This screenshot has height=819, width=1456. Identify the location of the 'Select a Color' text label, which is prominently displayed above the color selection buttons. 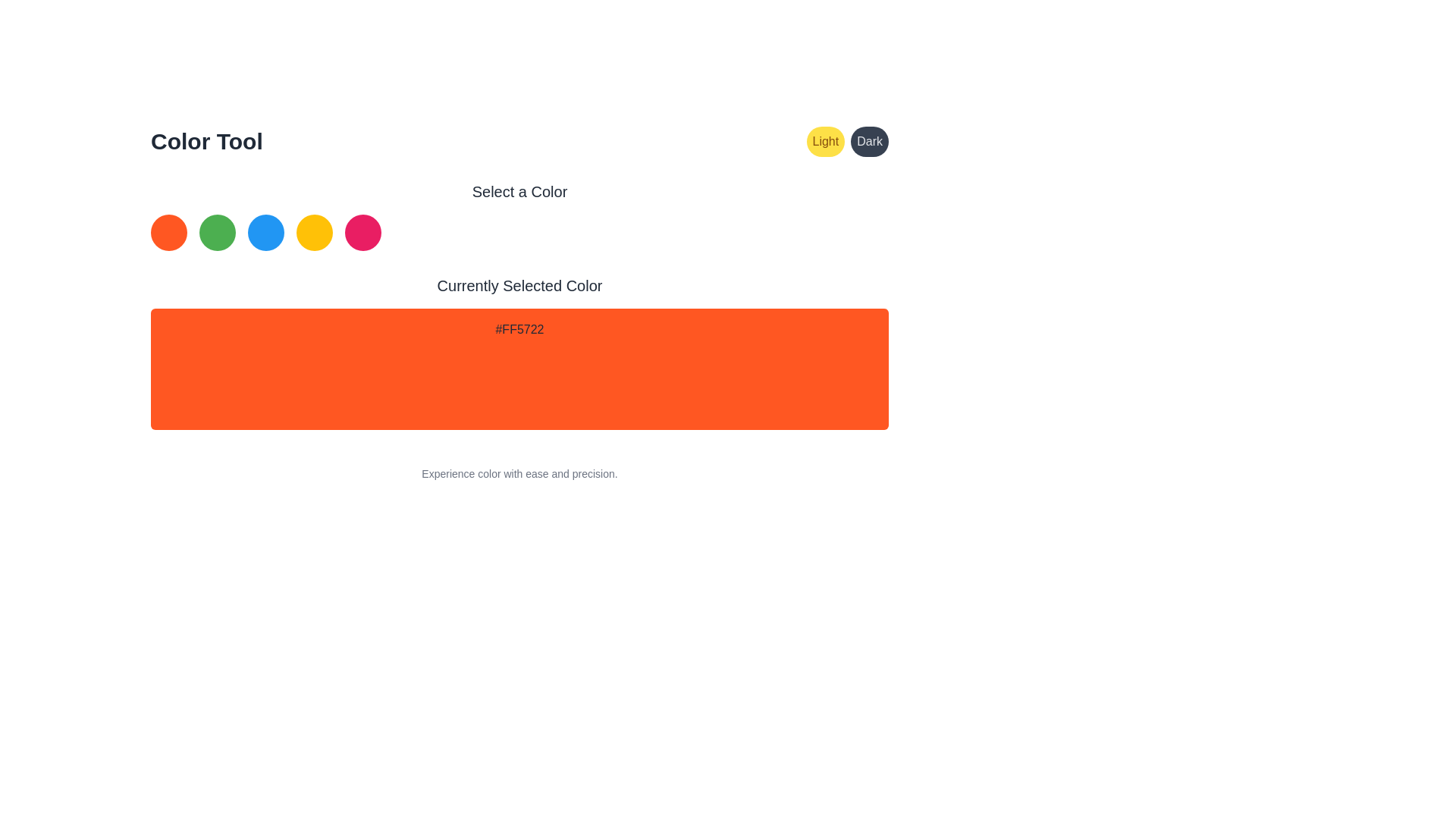
(519, 191).